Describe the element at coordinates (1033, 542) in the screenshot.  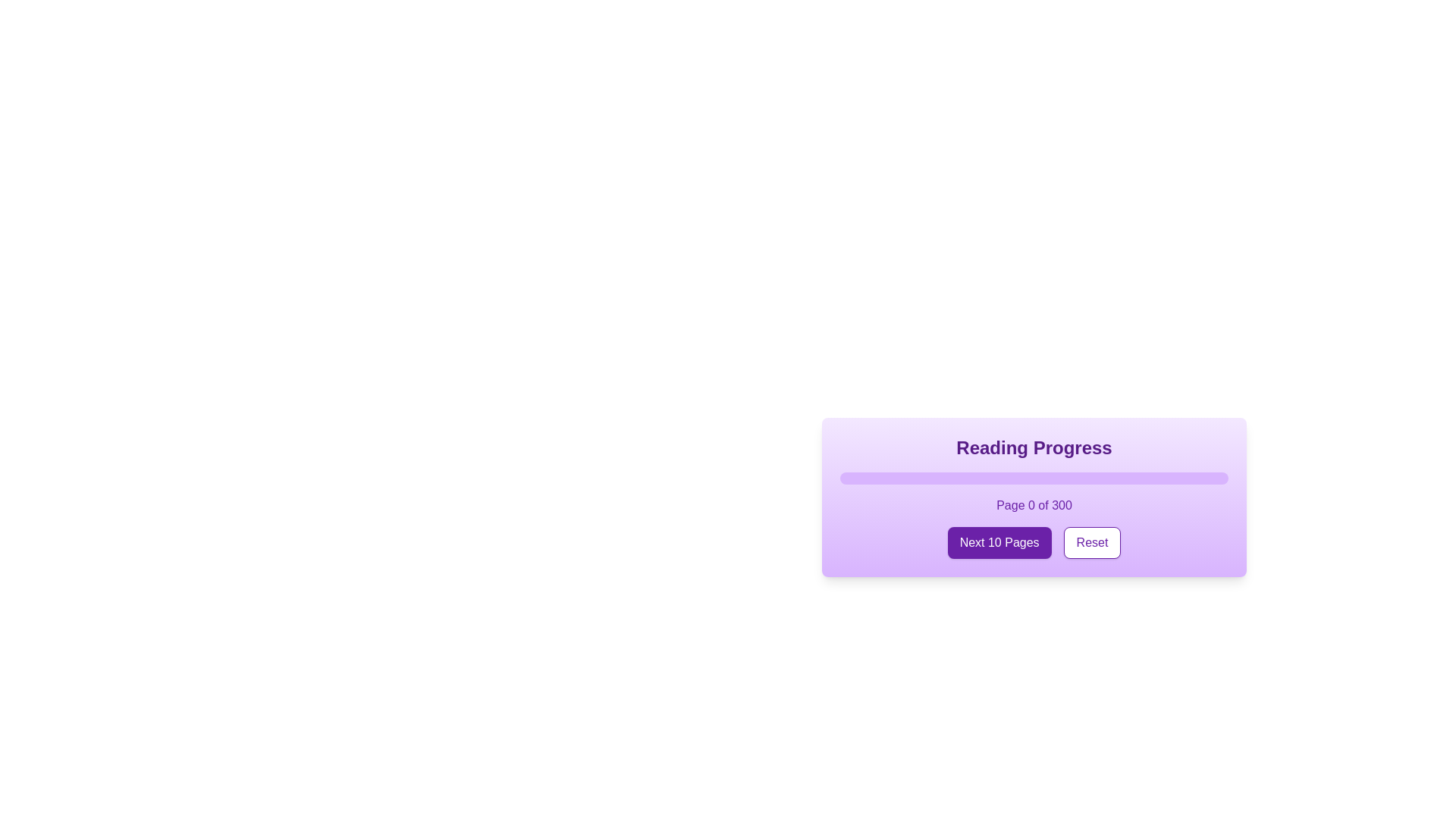
I see `the 'Next 10 Pages' button located in the 'Reading Progress' section to advance the progress tracker by ten pages` at that location.